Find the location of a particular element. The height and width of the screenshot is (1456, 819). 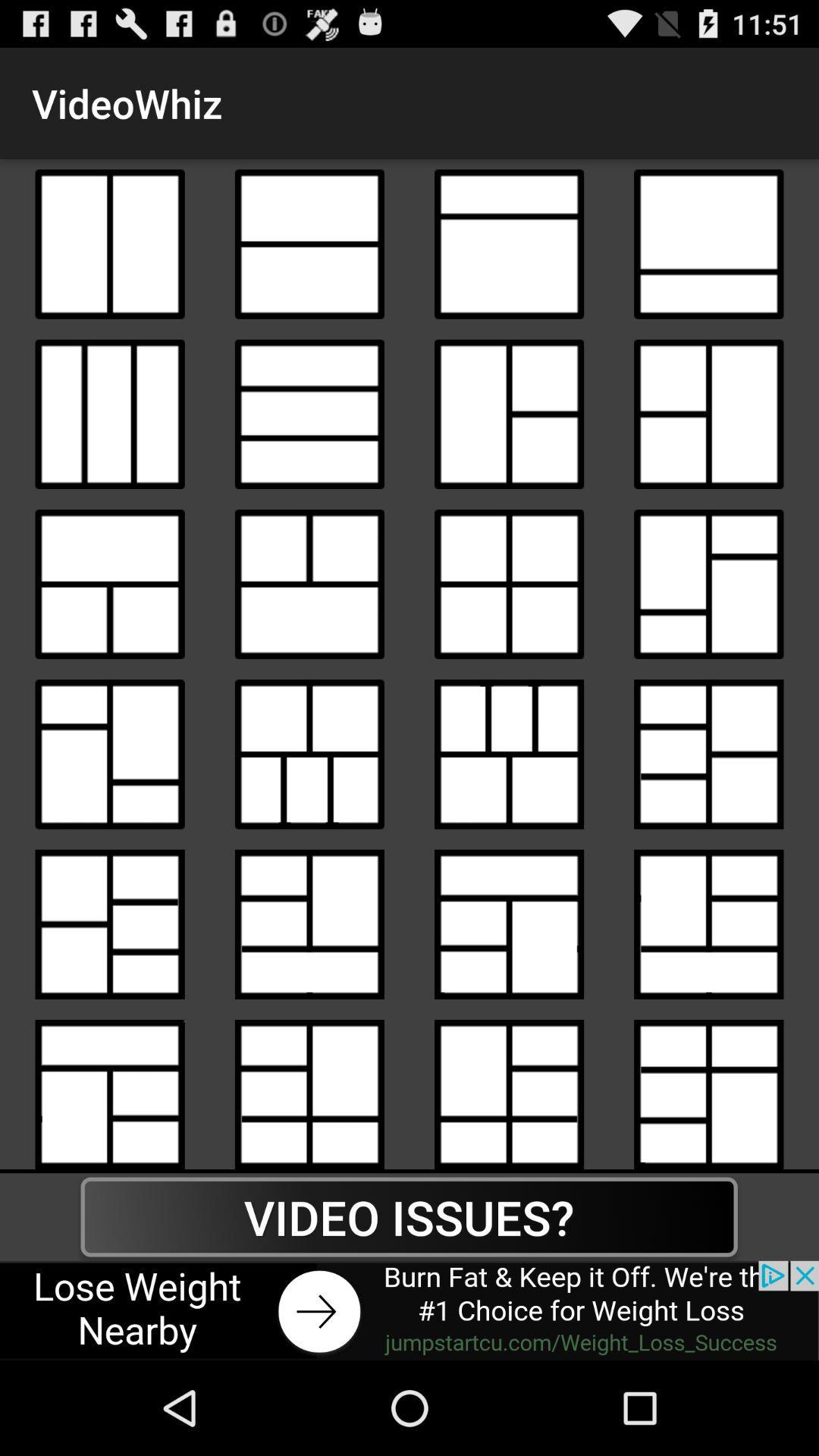

videowhiz icon is located at coordinates (309, 583).